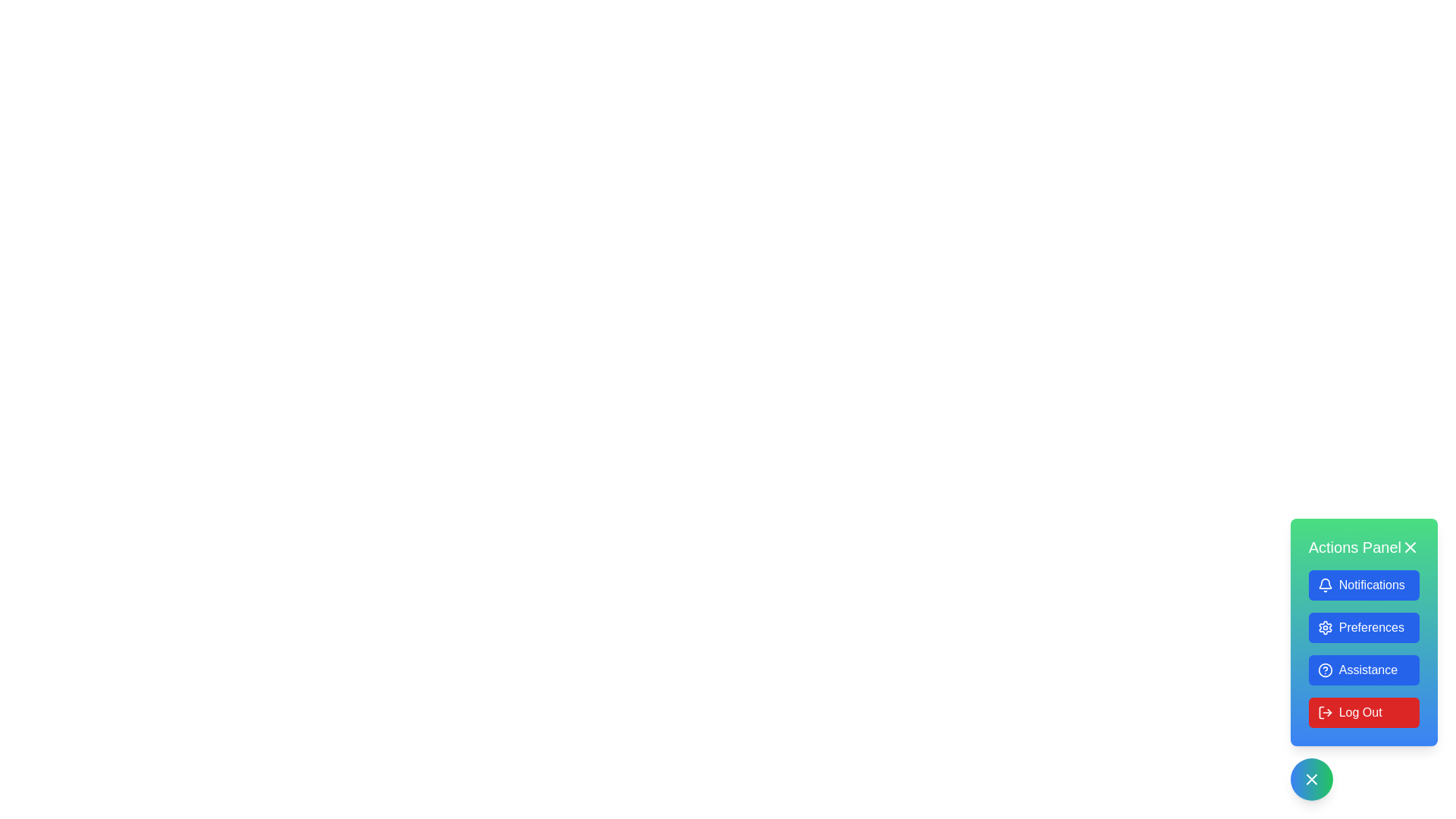  I want to click on the close button located at the upper-right corner of the 'Actions Panel', so click(1410, 547).